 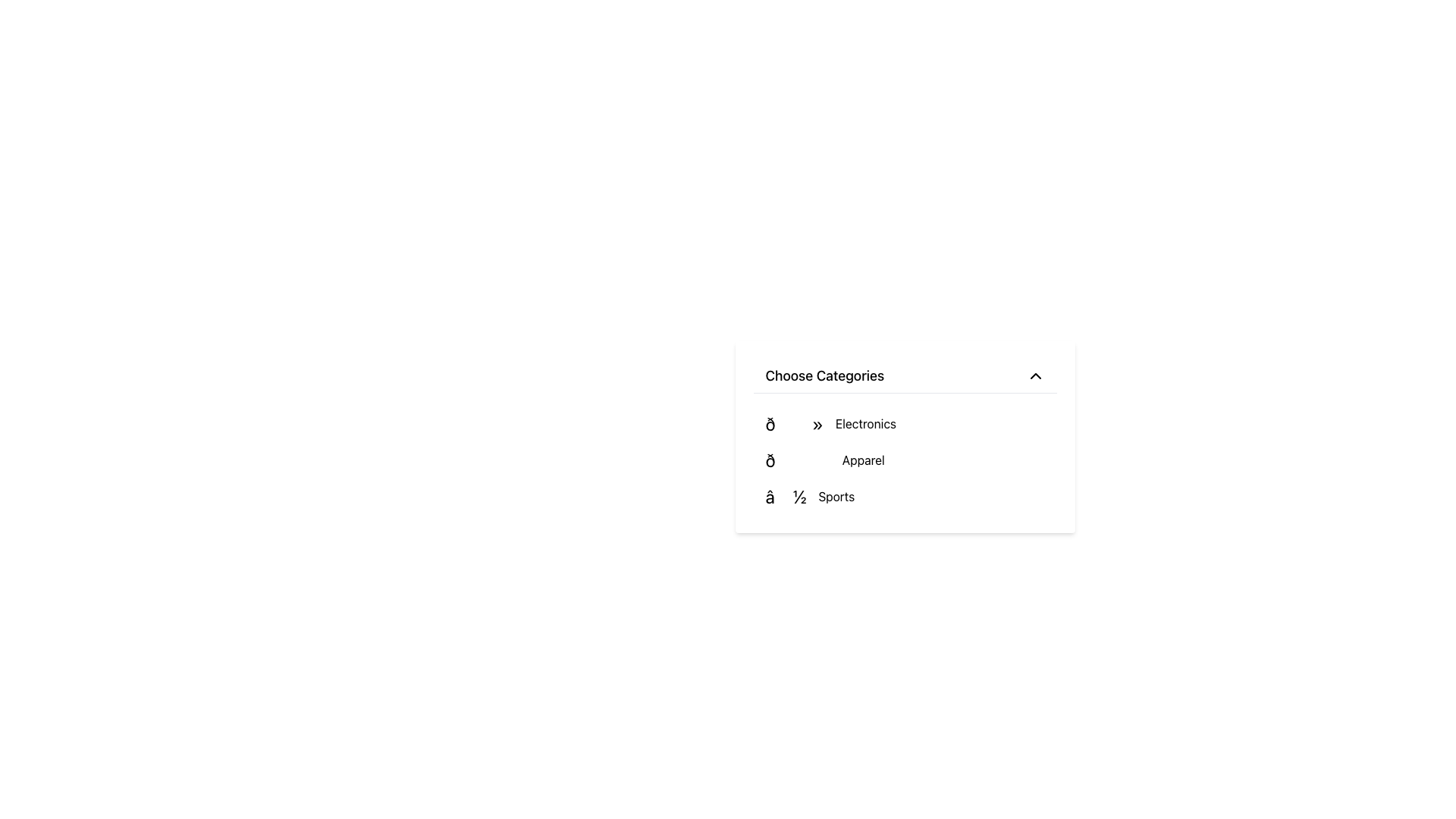 What do you see at coordinates (863, 459) in the screenshot?
I see `the 'Apparel' category label in the dropdown menu, which is located in the second row under the 'Choose Categories' label` at bounding box center [863, 459].